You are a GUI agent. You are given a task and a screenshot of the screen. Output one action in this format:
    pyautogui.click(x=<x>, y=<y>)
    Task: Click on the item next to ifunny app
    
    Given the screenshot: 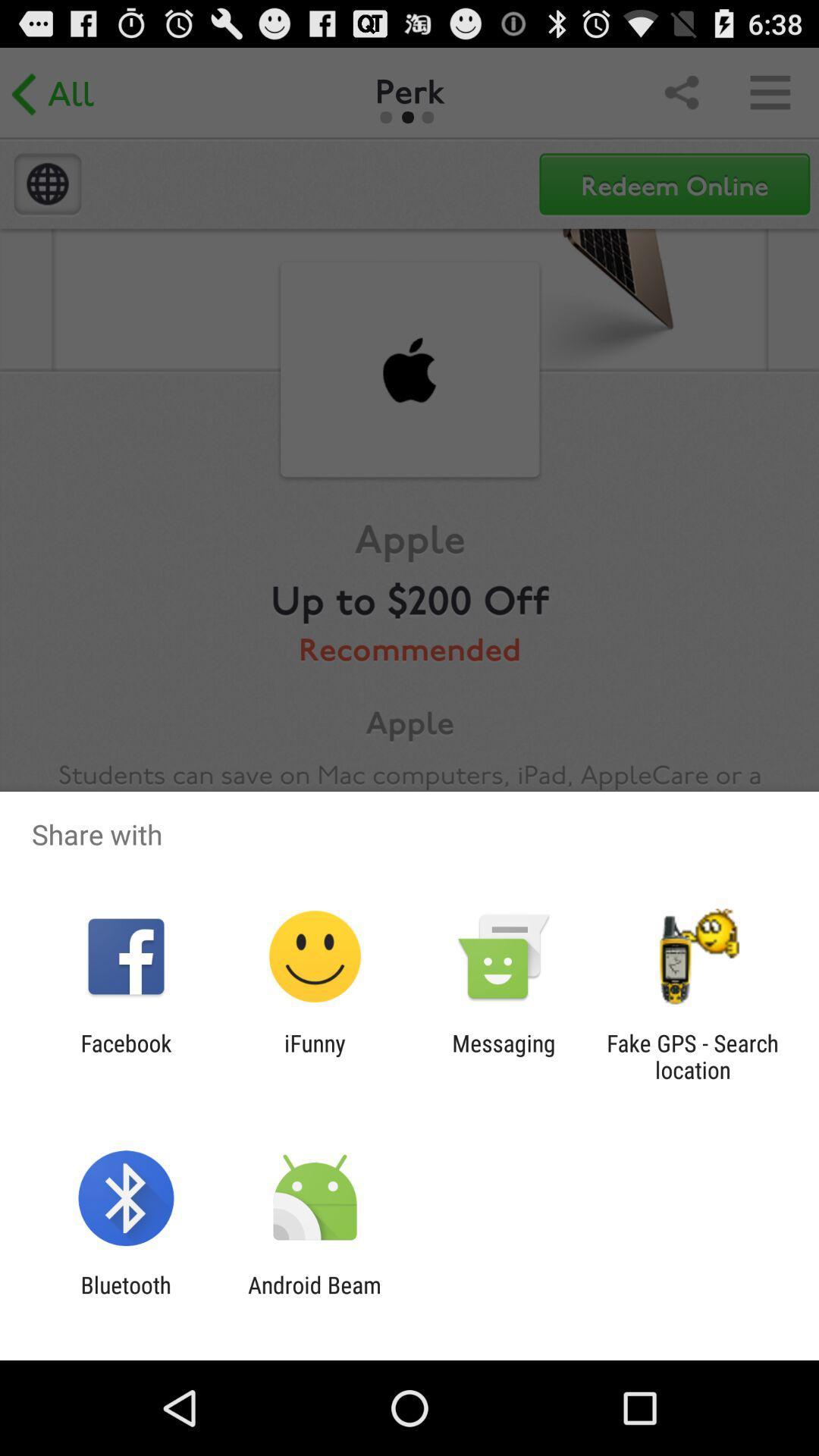 What is the action you would take?
    pyautogui.click(x=125, y=1056)
    